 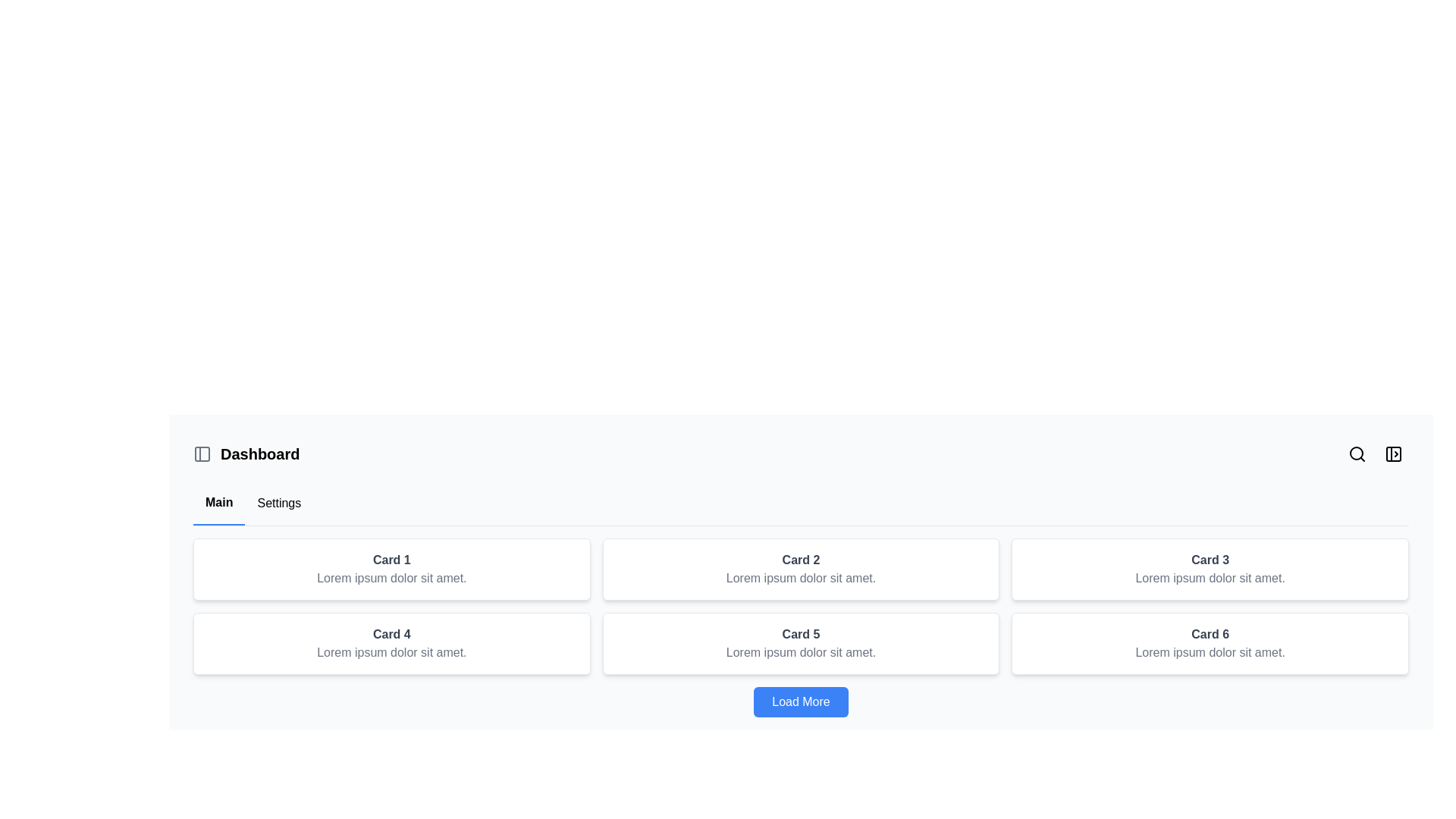 What do you see at coordinates (202, 453) in the screenshot?
I see `the icon representing the panel or dashboard layout located in the top-left corner, preceding the 'Dashboard' label` at bounding box center [202, 453].